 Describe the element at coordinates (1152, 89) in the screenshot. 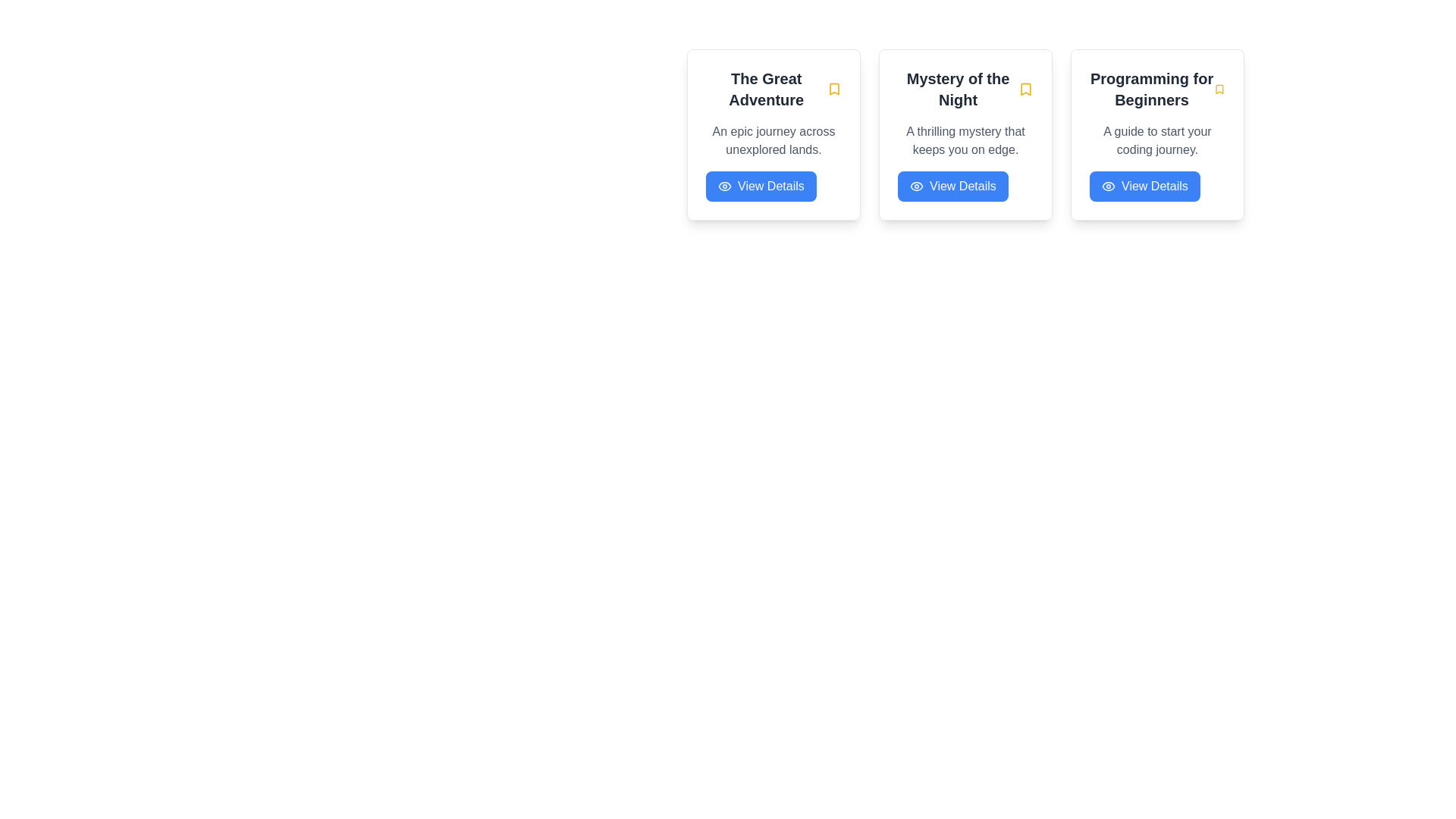

I see `text of the title label located in the rightmost card of a row of three cards, which indicates the main topic of the card's content` at that location.